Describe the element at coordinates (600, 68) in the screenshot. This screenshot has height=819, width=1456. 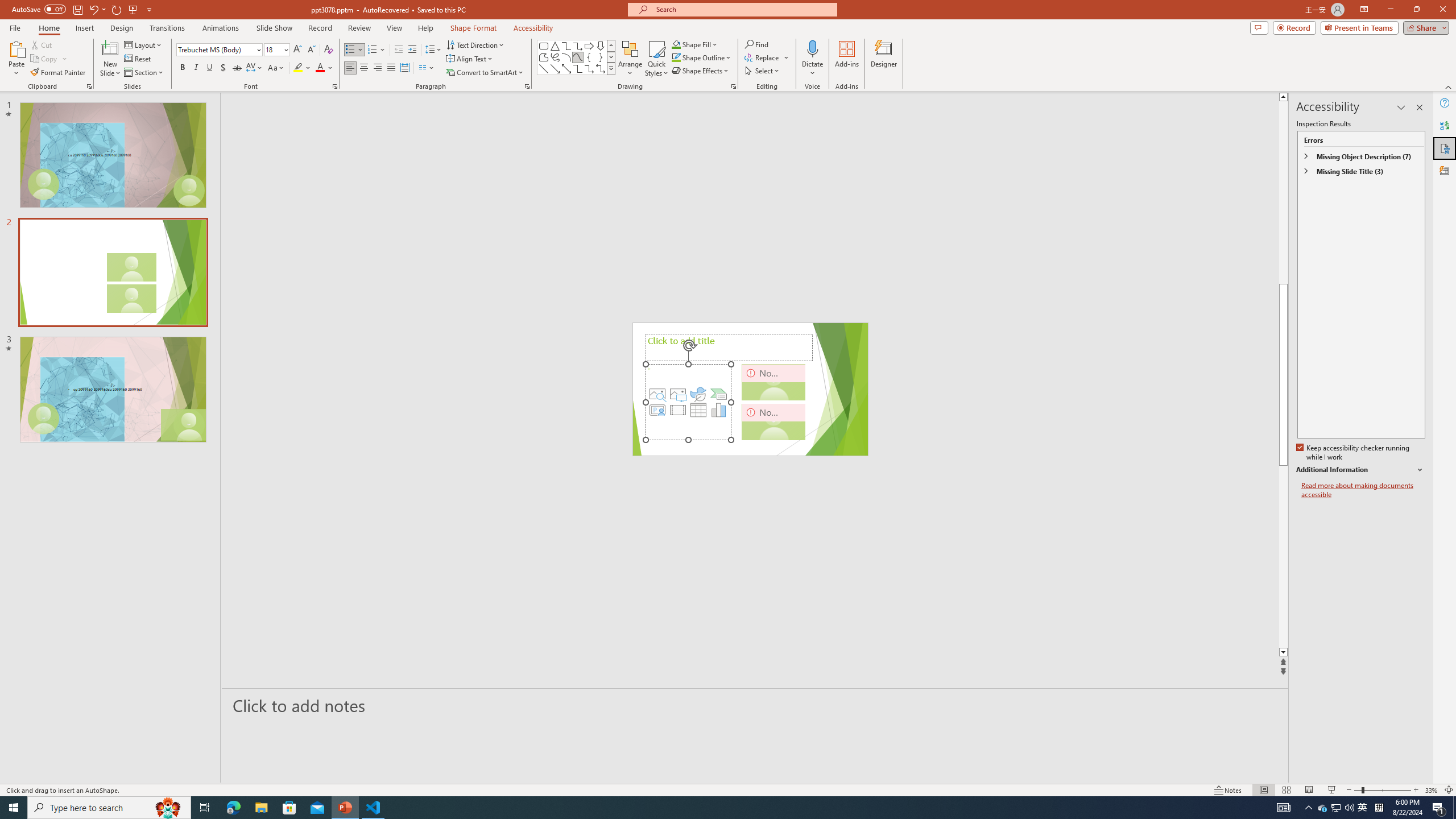
I see `'Connector: Elbow Double-Arrow'` at that location.